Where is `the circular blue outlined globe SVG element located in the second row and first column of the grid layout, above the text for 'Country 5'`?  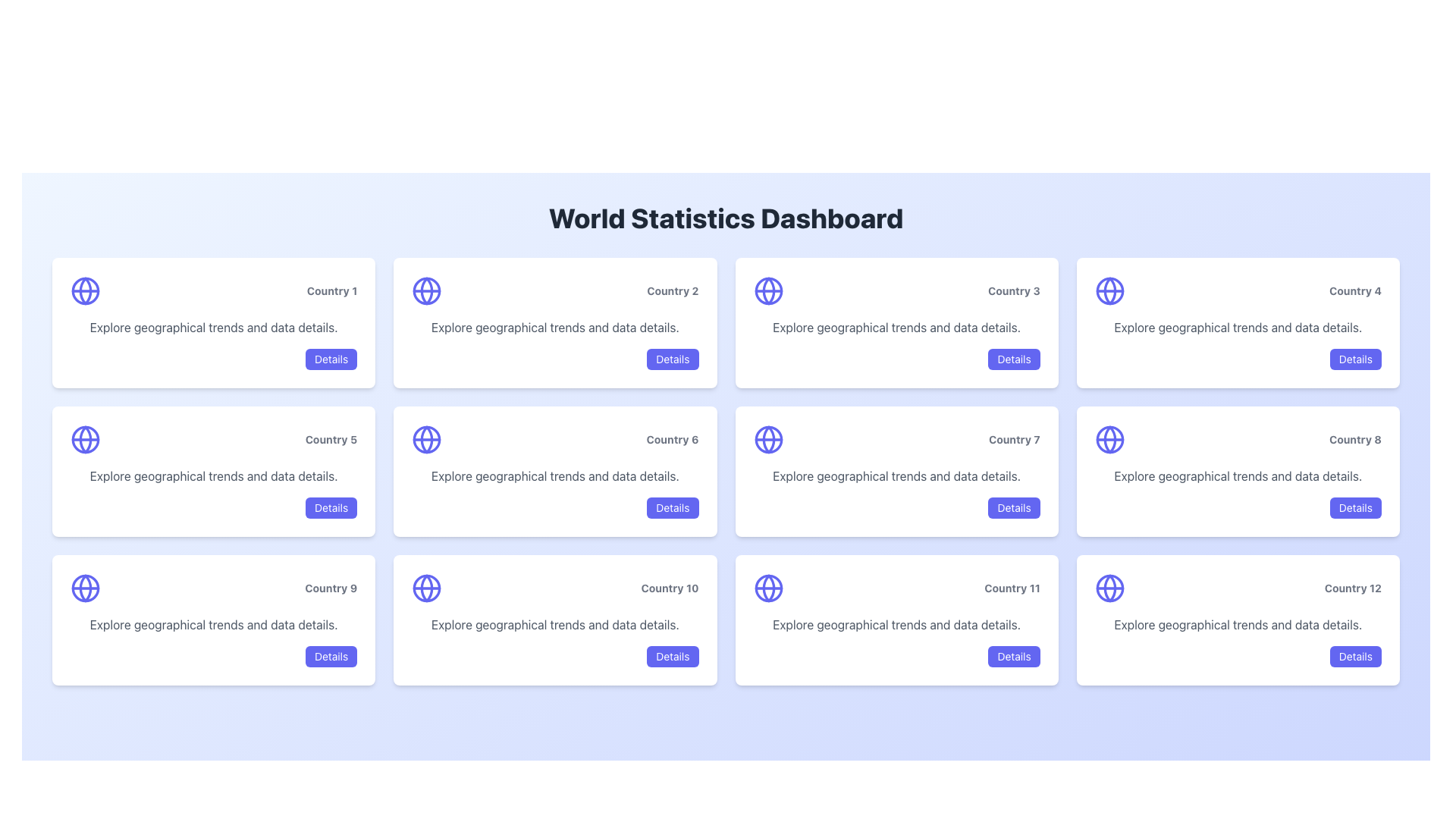 the circular blue outlined globe SVG element located in the second row and first column of the grid layout, above the text for 'Country 5' is located at coordinates (85, 439).